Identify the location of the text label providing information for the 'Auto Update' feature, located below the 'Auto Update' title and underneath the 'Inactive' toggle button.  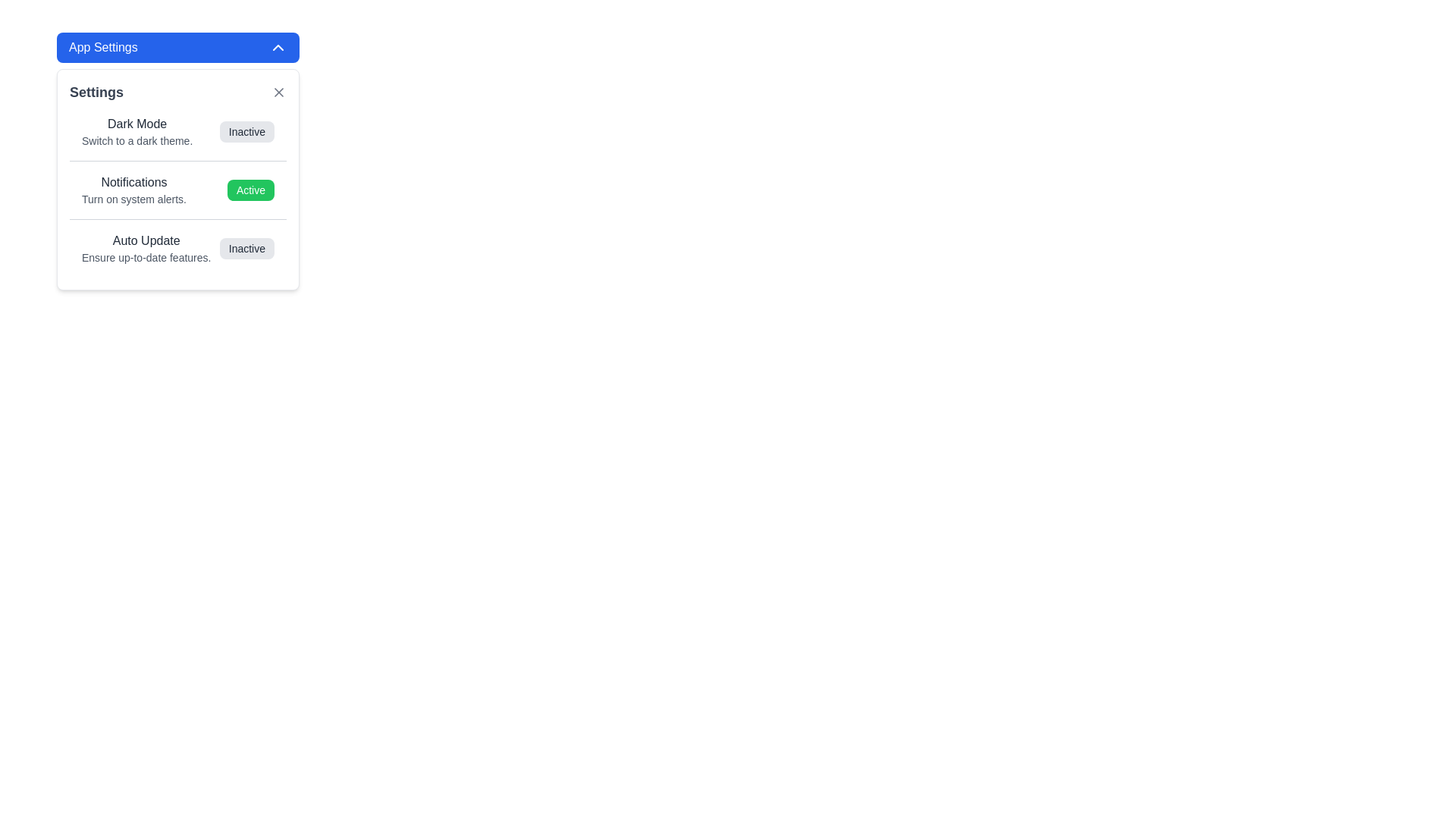
(146, 256).